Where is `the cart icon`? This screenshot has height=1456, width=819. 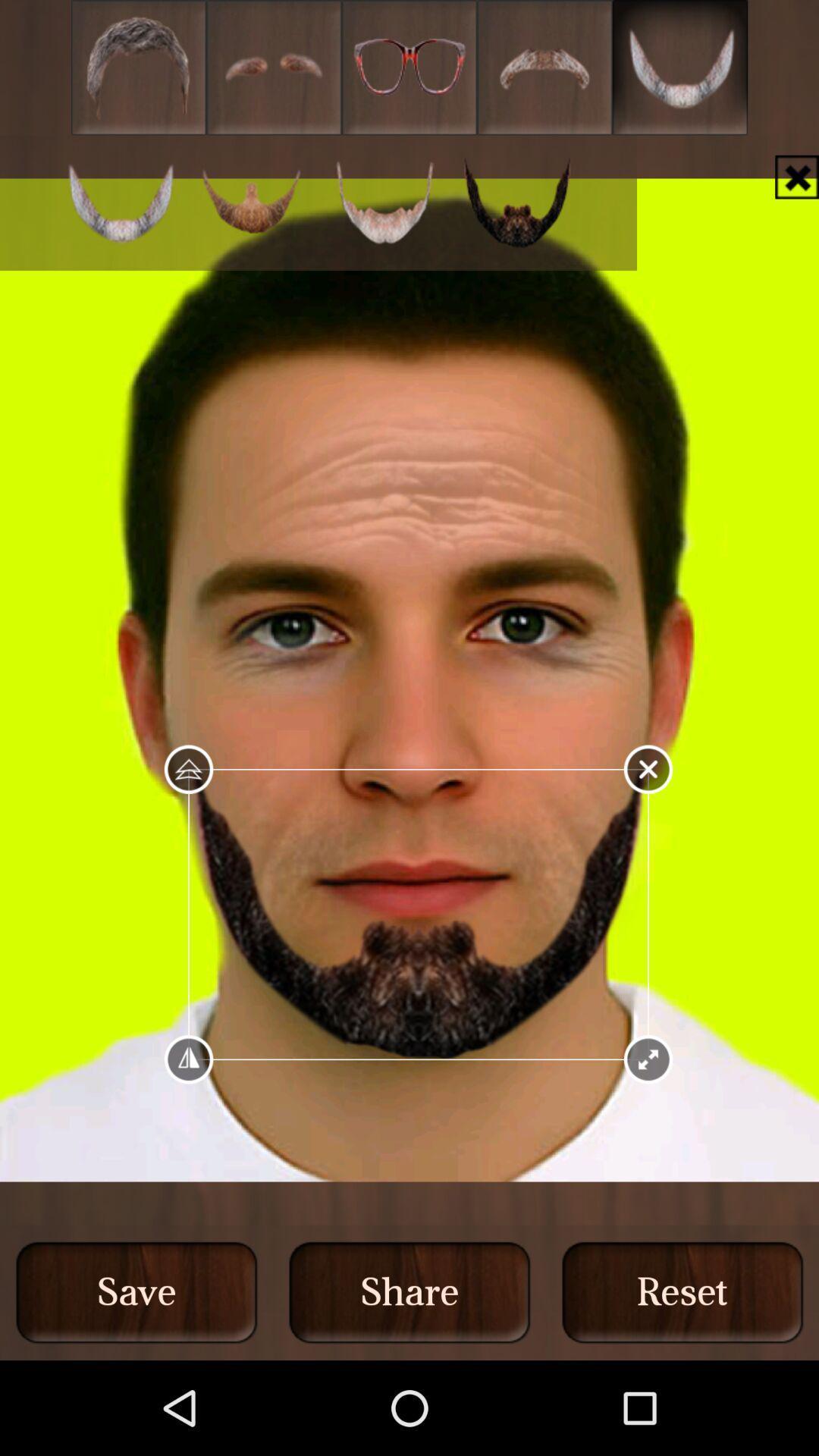 the cart icon is located at coordinates (118, 216).